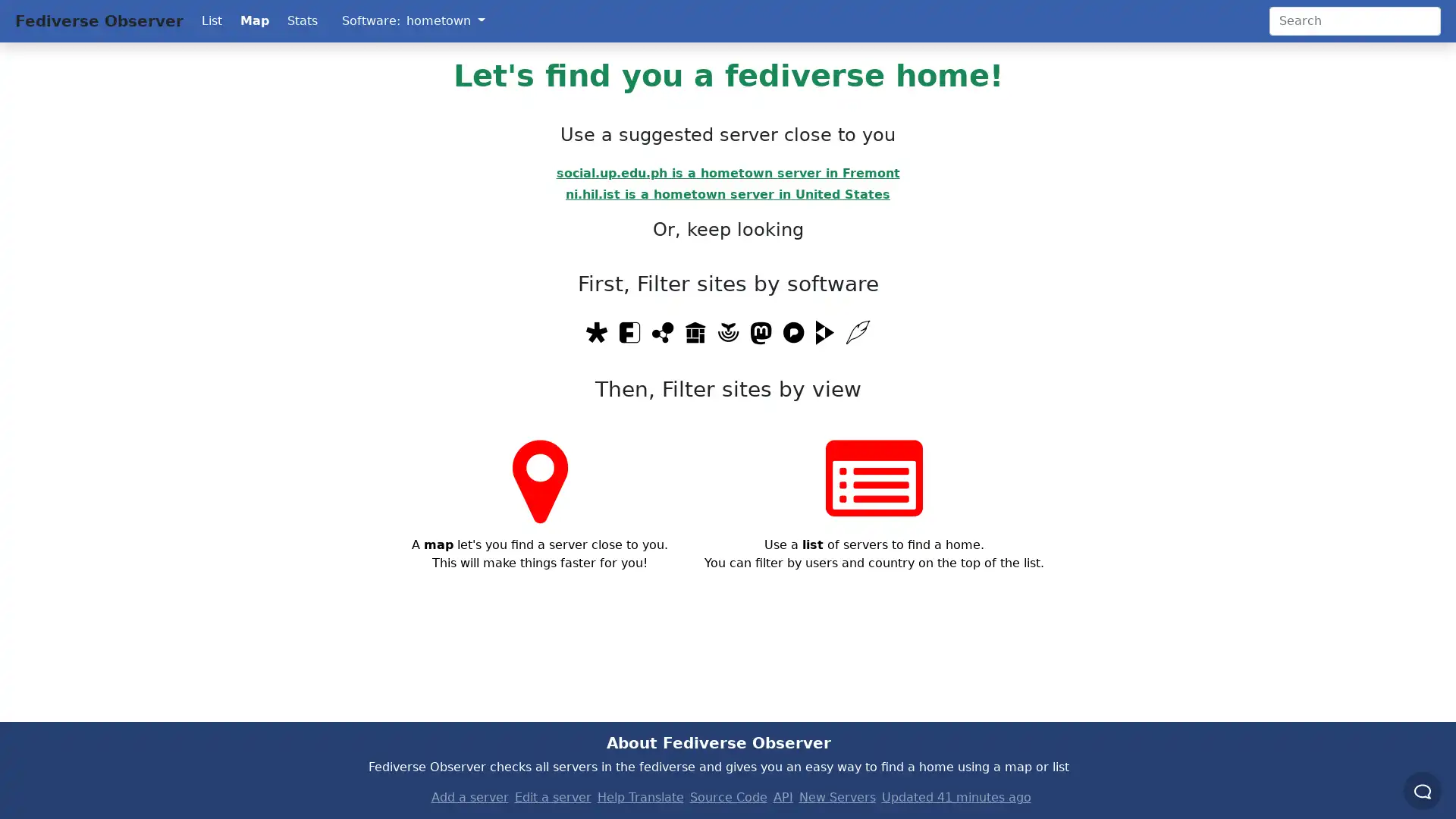 The height and width of the screenshot is (819, 1456). Describe the element at coordinates (444, 20) in the screenshot. I see `hometown` at that location.